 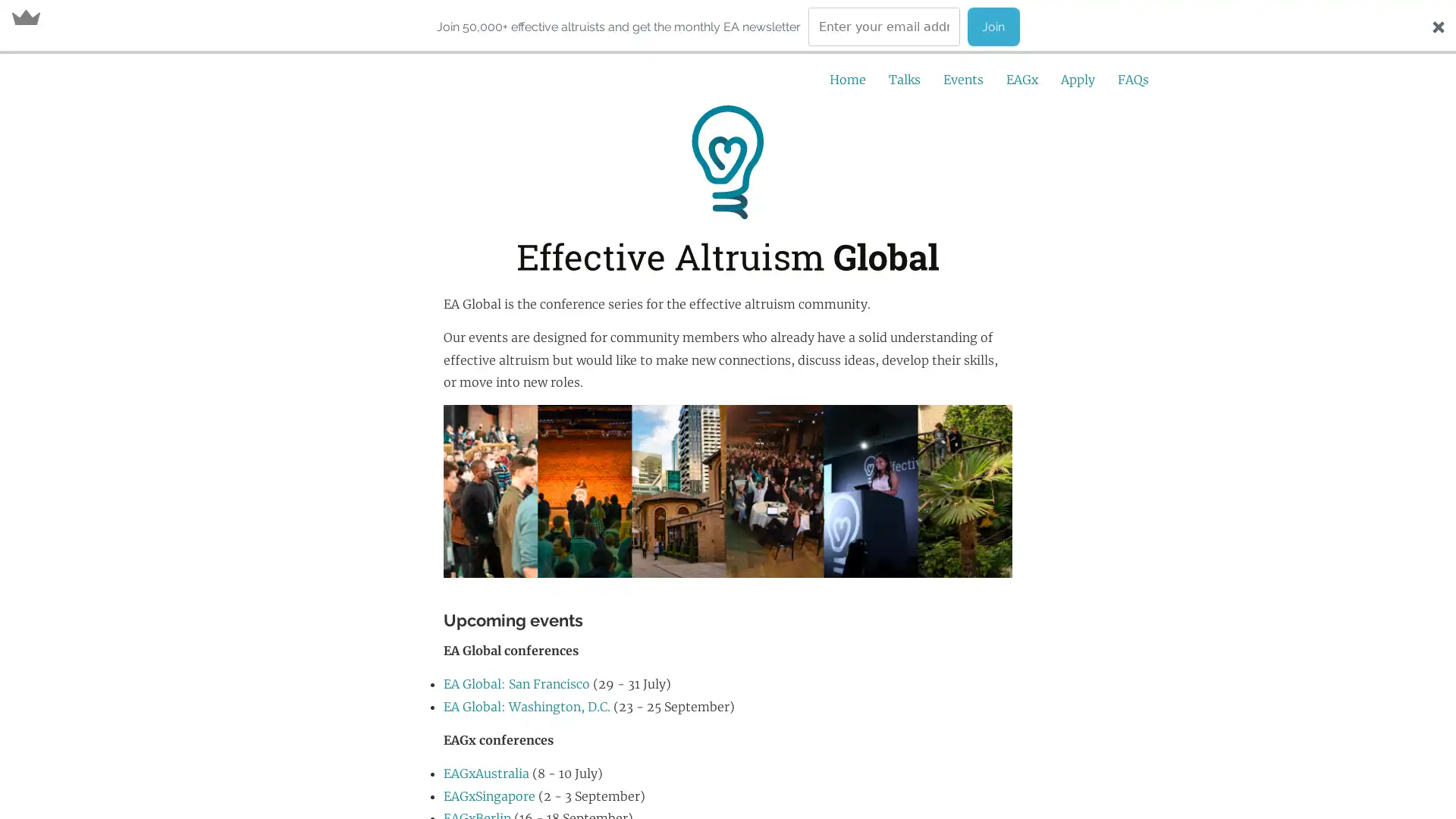 What do you see at coordinates (993, 27) in the screenshot?
I see `Join` at bounding box center [993, 27].